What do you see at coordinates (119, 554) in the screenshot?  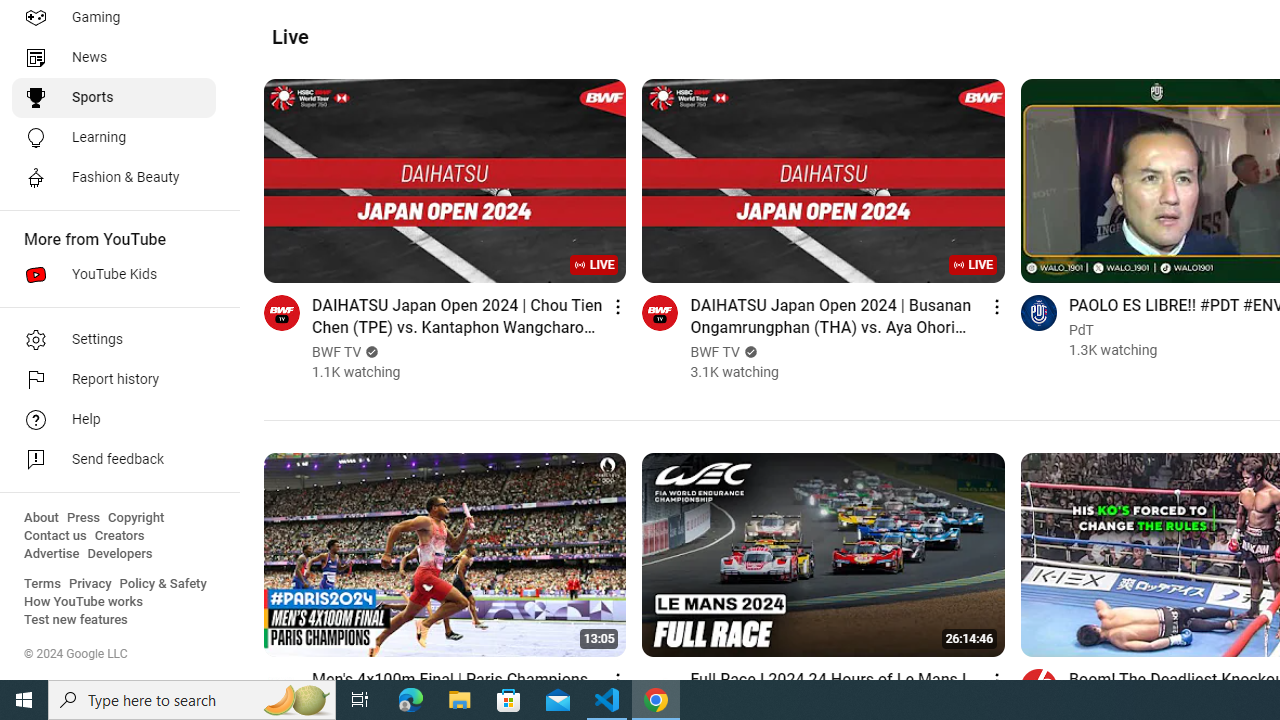 I see `'Developers'` at bounding box center [119, 554].